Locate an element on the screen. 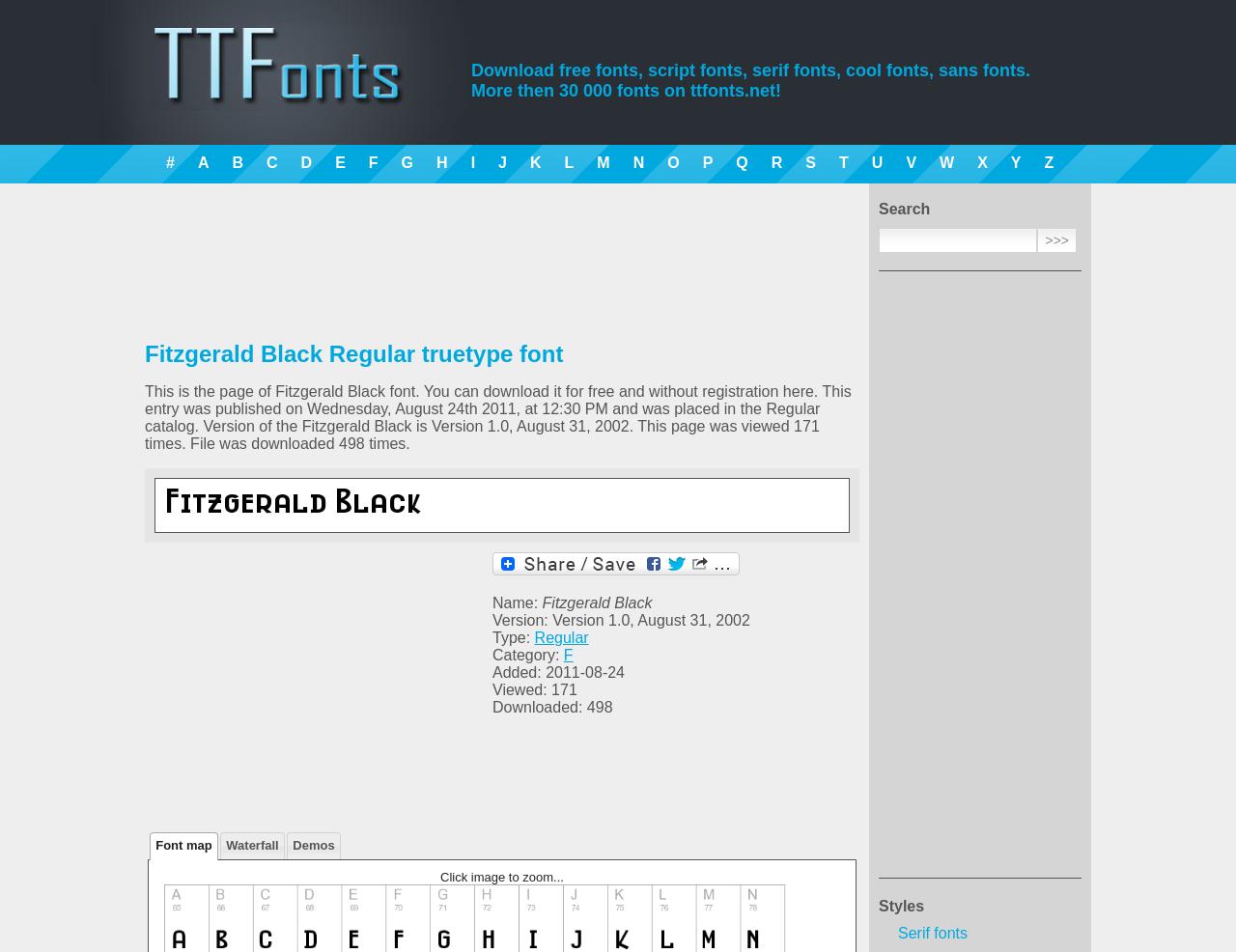 This screenshot has height=952, width=1236. 'Download free fonts, script fonts, serif fonts, cool fonts, sans fonts.' is located at coordinates (749, 68).